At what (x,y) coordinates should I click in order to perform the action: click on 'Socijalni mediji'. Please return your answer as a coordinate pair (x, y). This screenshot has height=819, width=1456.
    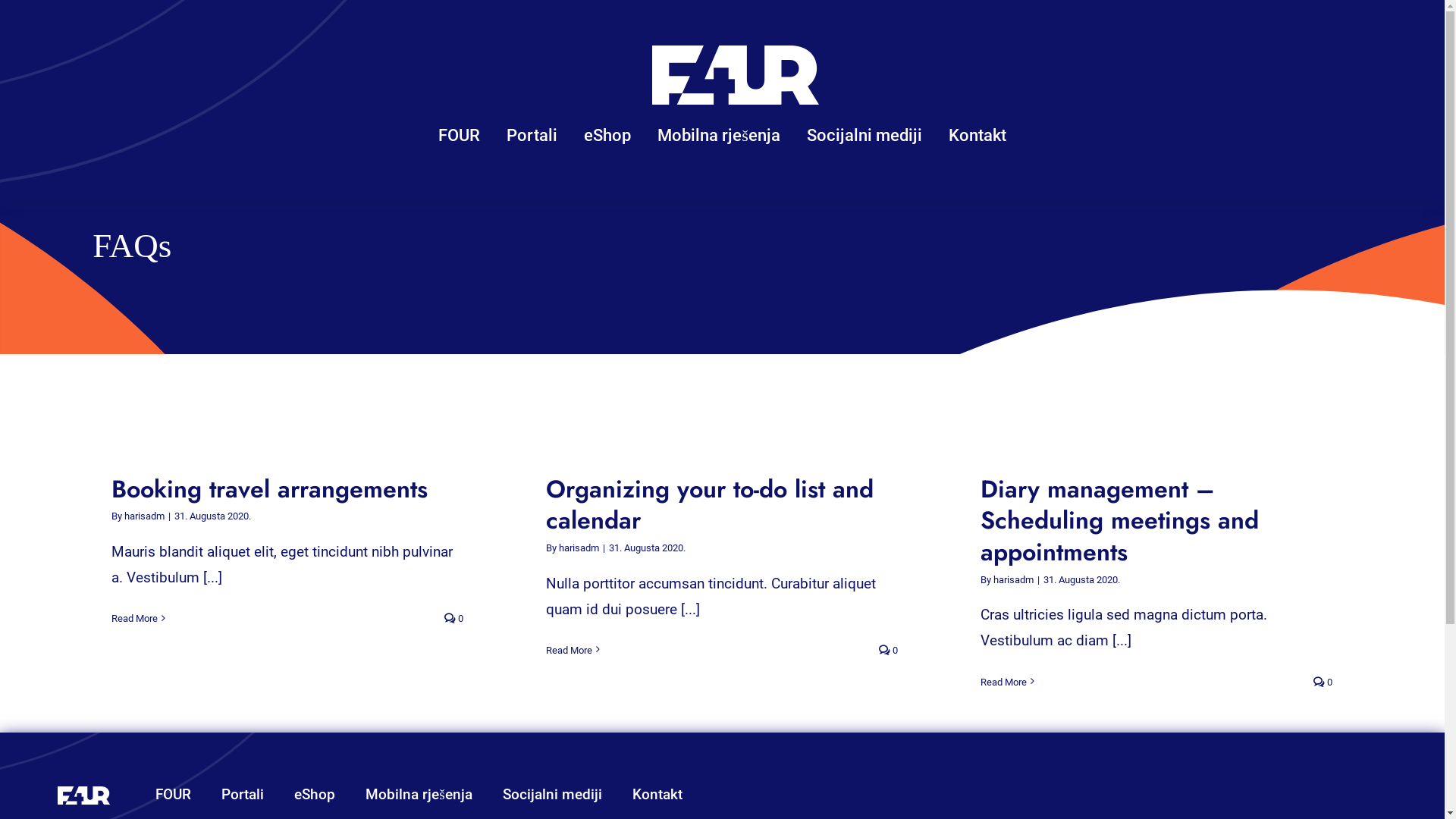
    Looking at the image, I should click on (551, 795).